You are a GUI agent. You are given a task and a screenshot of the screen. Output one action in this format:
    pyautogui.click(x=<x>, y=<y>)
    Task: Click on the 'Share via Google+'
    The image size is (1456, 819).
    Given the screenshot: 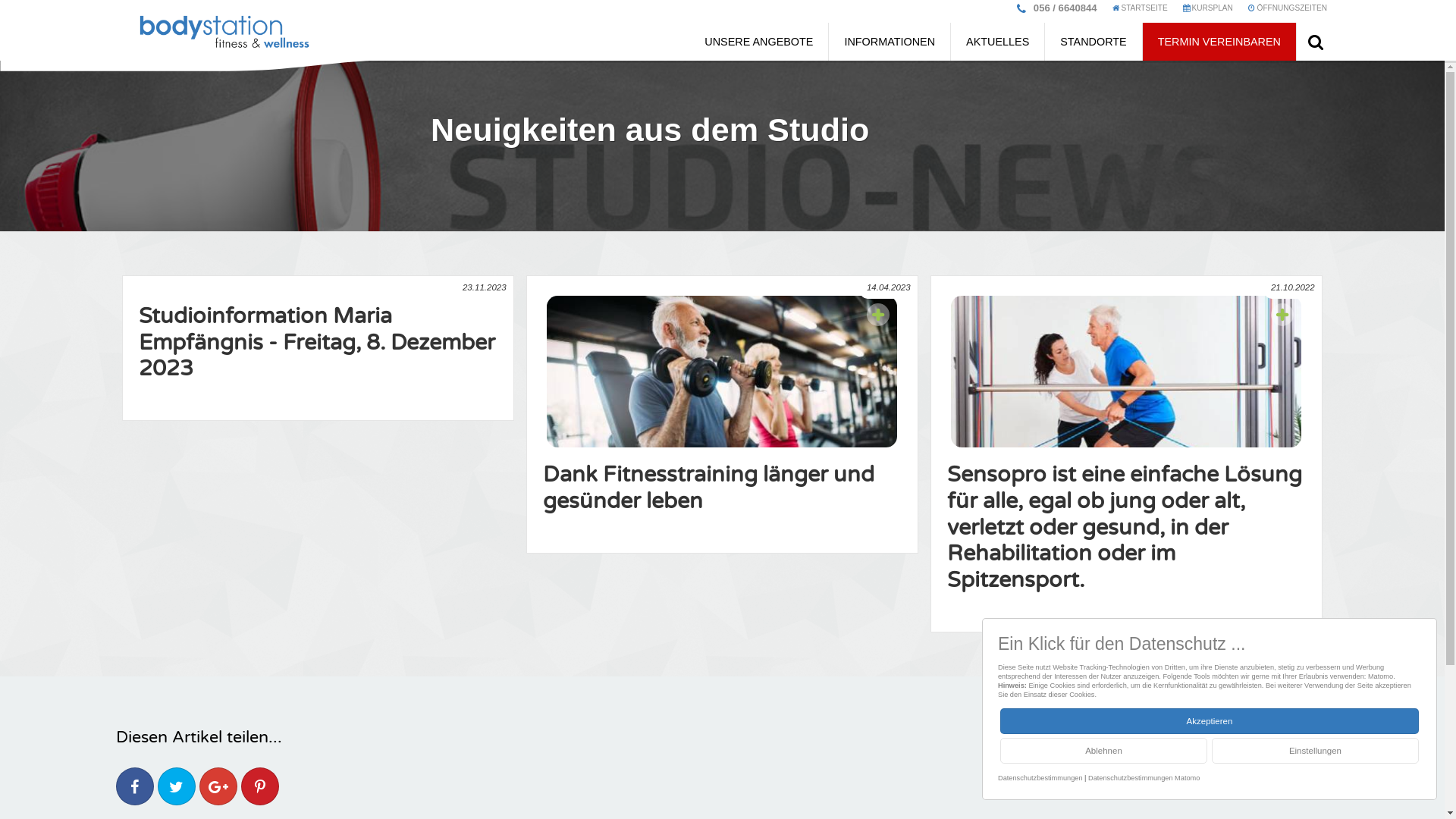 What is the action you would take?
    pyautogui.click(x=206, y=786)
    